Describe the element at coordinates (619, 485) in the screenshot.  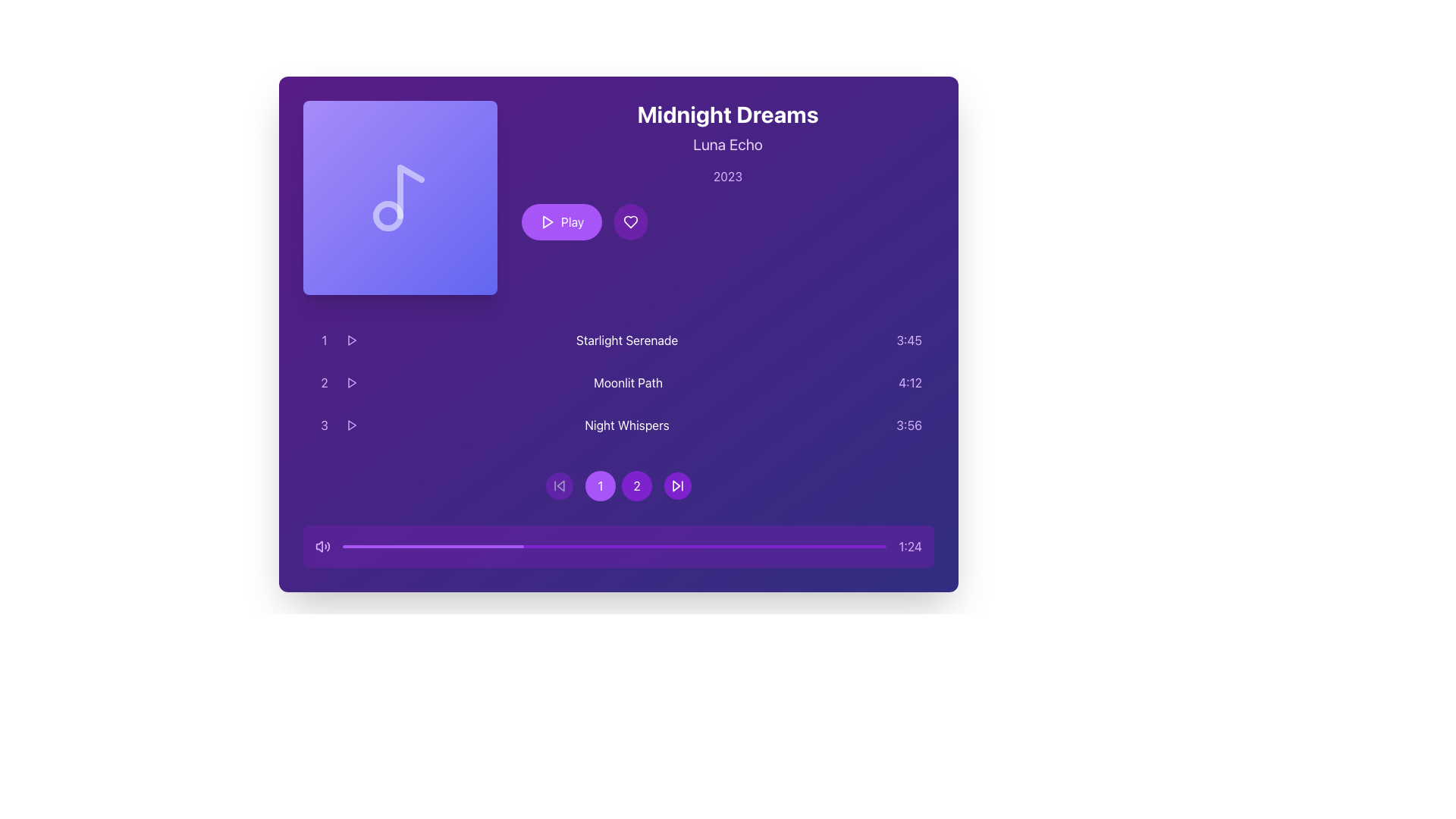
I see `the circular button with a purple background and white number '1'` at that location.